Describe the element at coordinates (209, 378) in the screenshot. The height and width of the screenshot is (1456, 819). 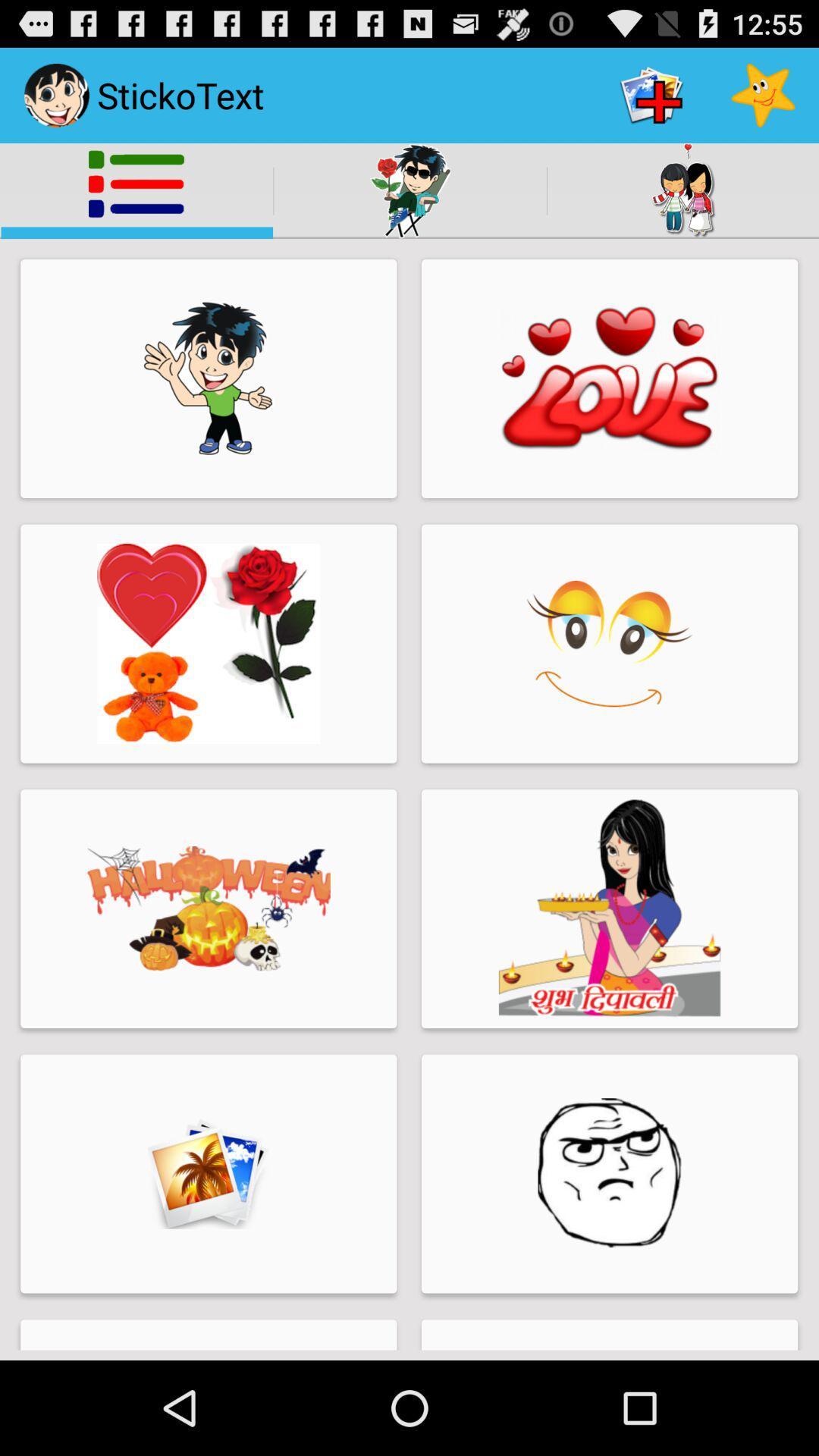
I see `the first thumbnail` at that location.